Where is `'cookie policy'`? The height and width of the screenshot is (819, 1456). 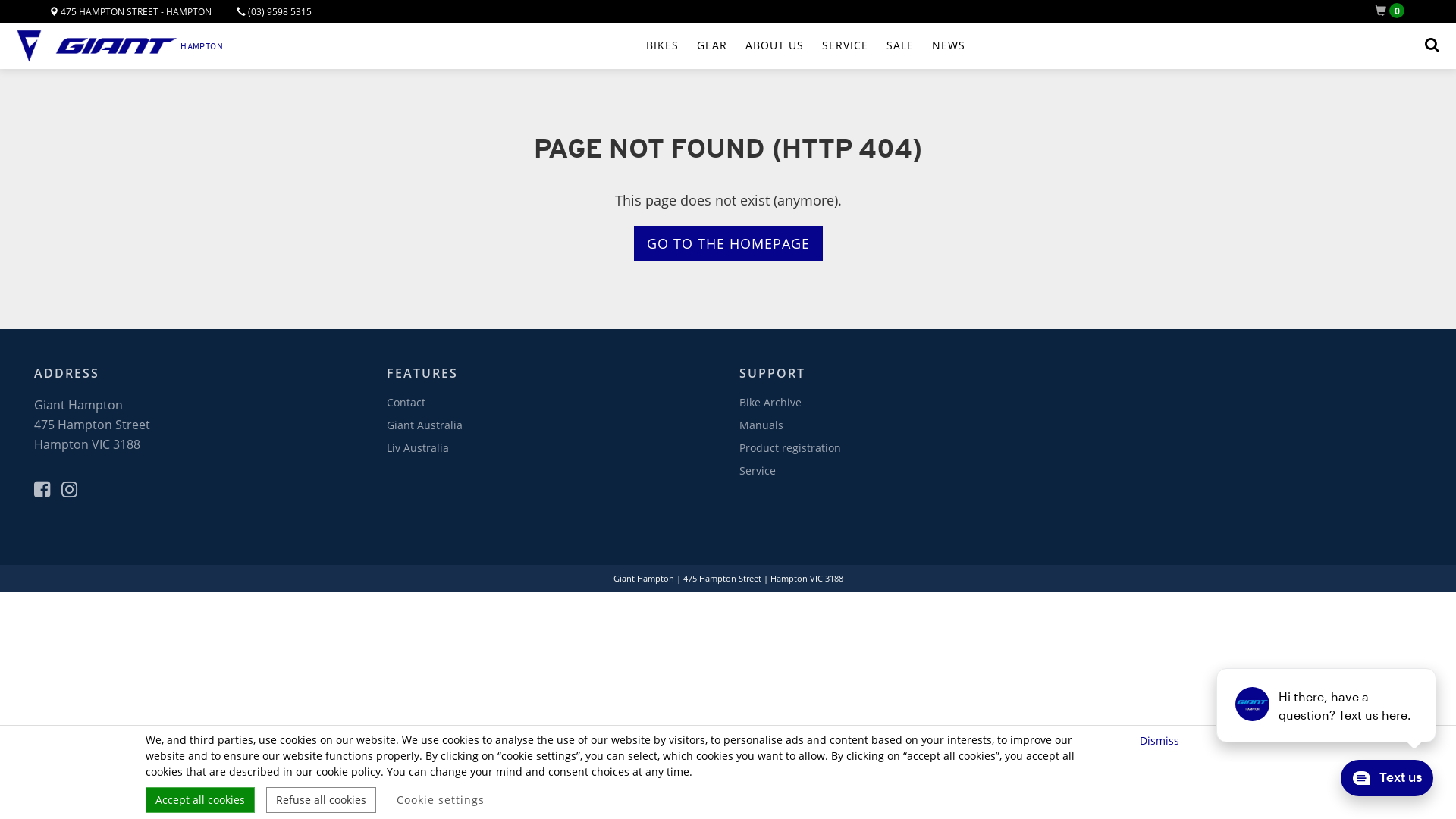
'cookie policy' is located at coordinates (347, 771).